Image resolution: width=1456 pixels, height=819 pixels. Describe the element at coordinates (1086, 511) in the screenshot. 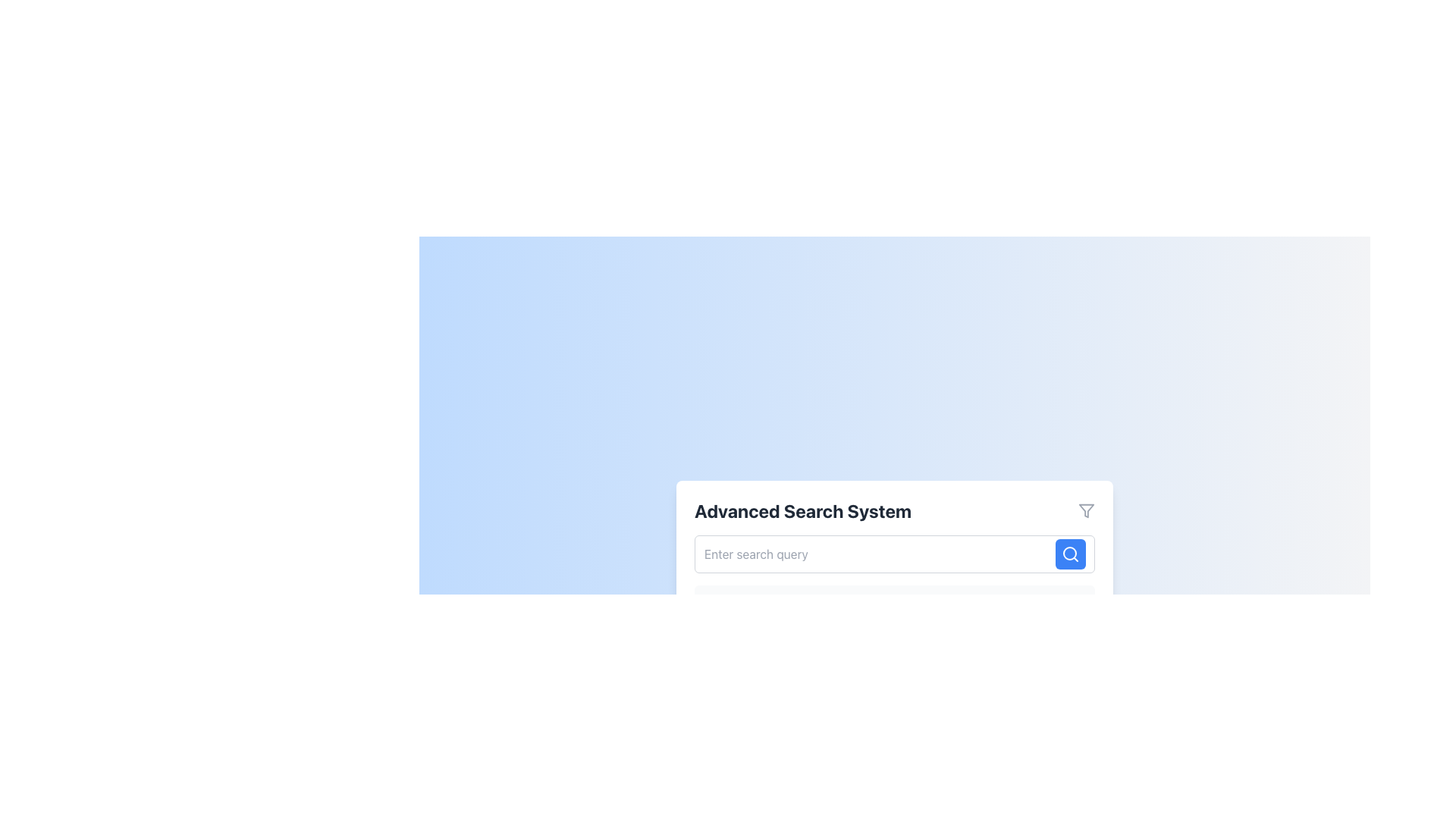

I see `the filter control button located in the upper right corner of the 'Advanced Search System' header section` at that location.